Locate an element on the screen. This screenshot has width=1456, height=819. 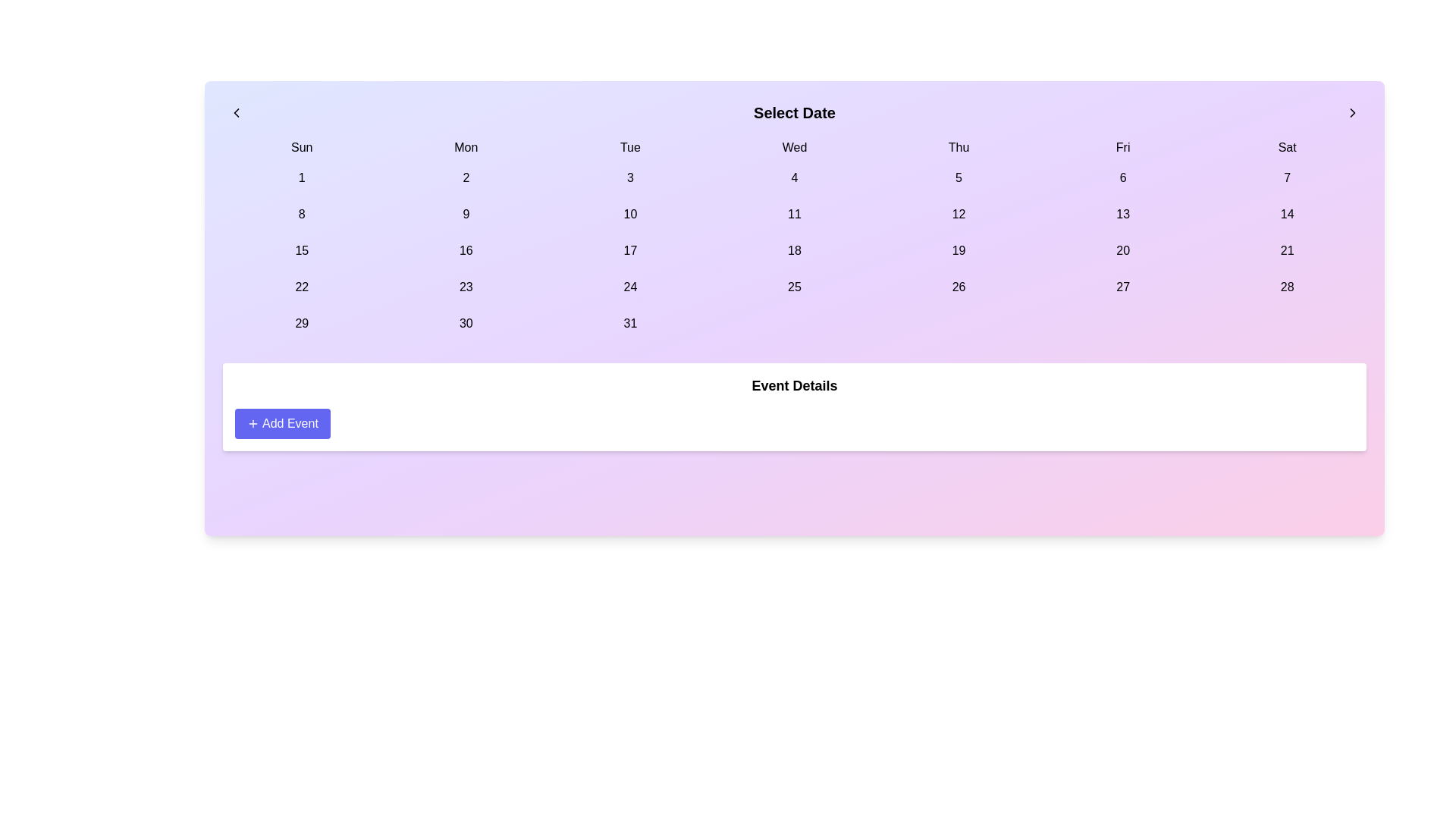
the button displaying the number '17', which is located in the third row of the grid layout in the 'Tue' column is located at coordinates (630, 250).